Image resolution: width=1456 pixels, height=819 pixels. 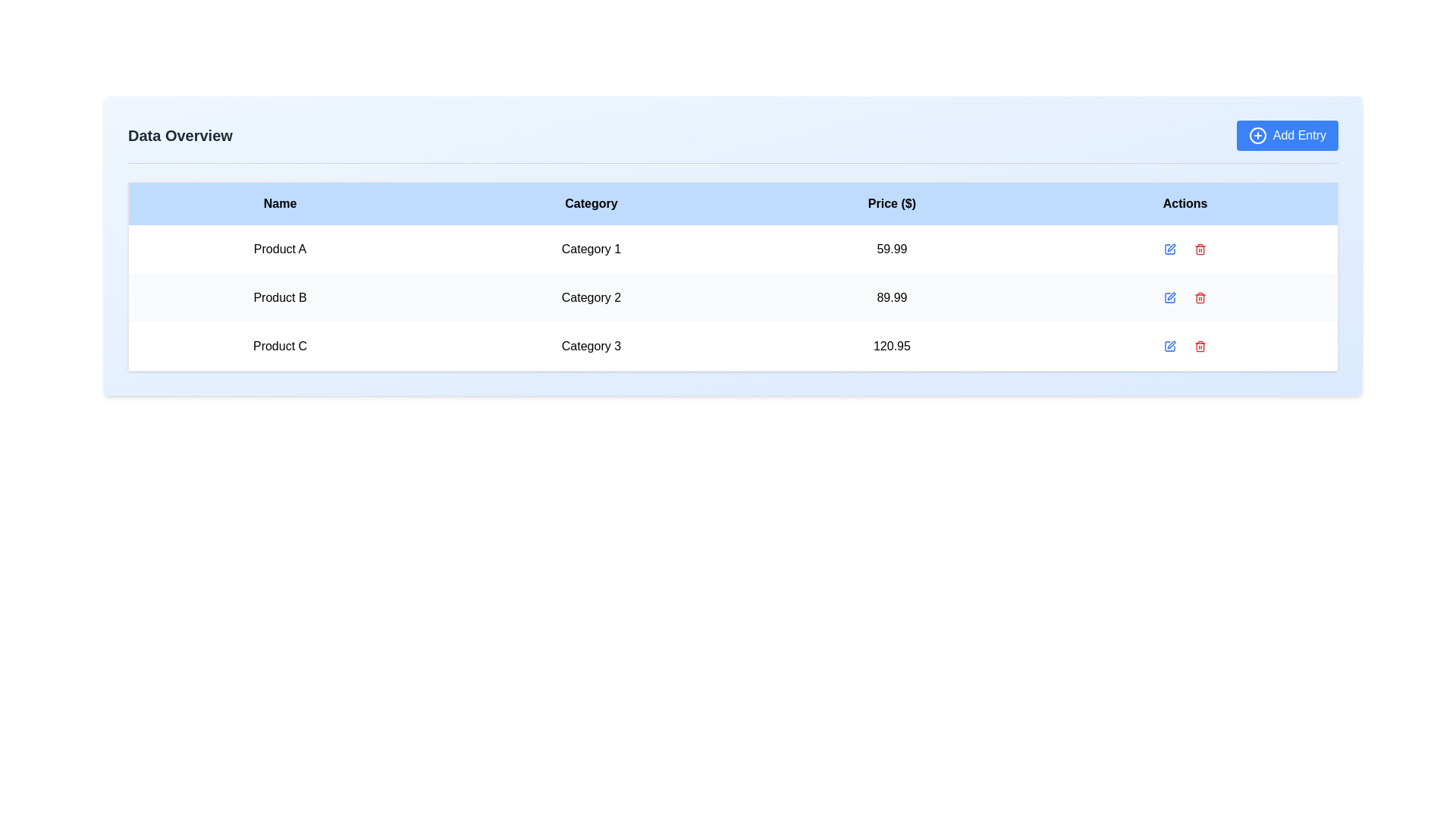 What do you see at coordinates (280, 347) in the screenshot?
I see `the text label displaying 'Product C' in the first cell of the third row of the table, under the 'Name' column` at bounding box center [280, 347].